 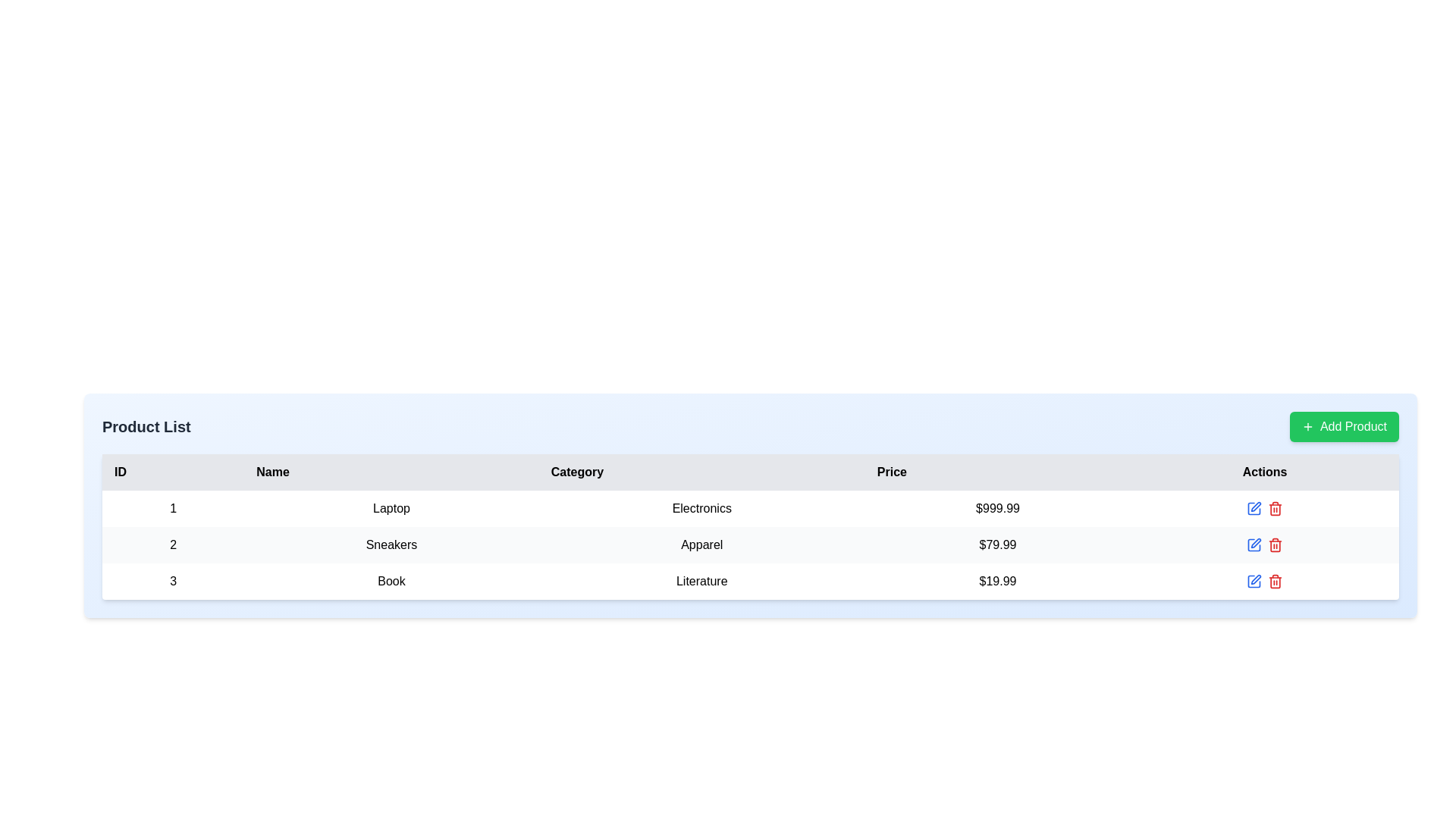 I want to click on the trash bin icon represented by a vertical rectangular figure with two parallel vertical lines, located, so click(x=1275, y=510).